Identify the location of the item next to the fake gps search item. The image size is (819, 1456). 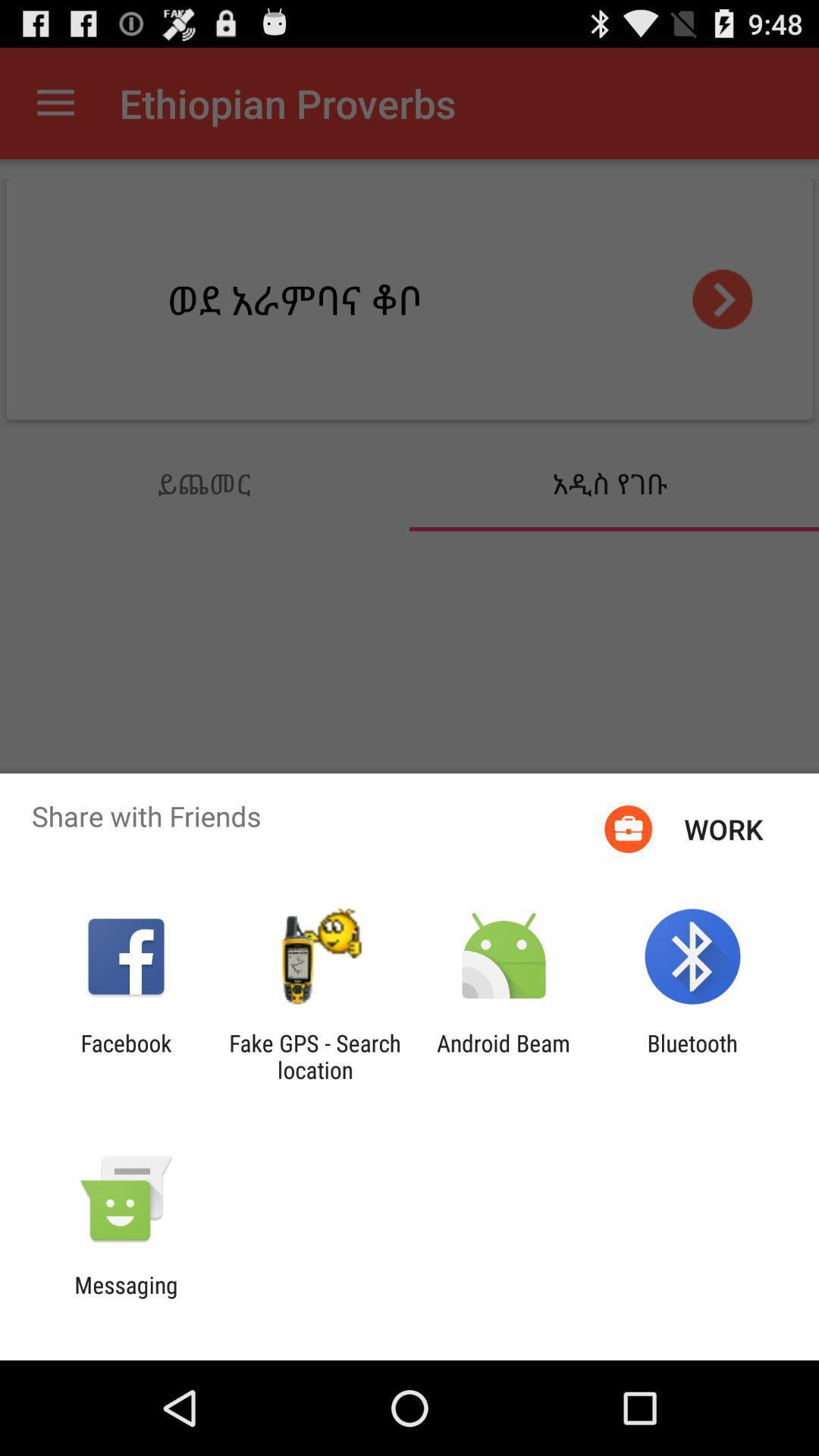
(504, 1056).